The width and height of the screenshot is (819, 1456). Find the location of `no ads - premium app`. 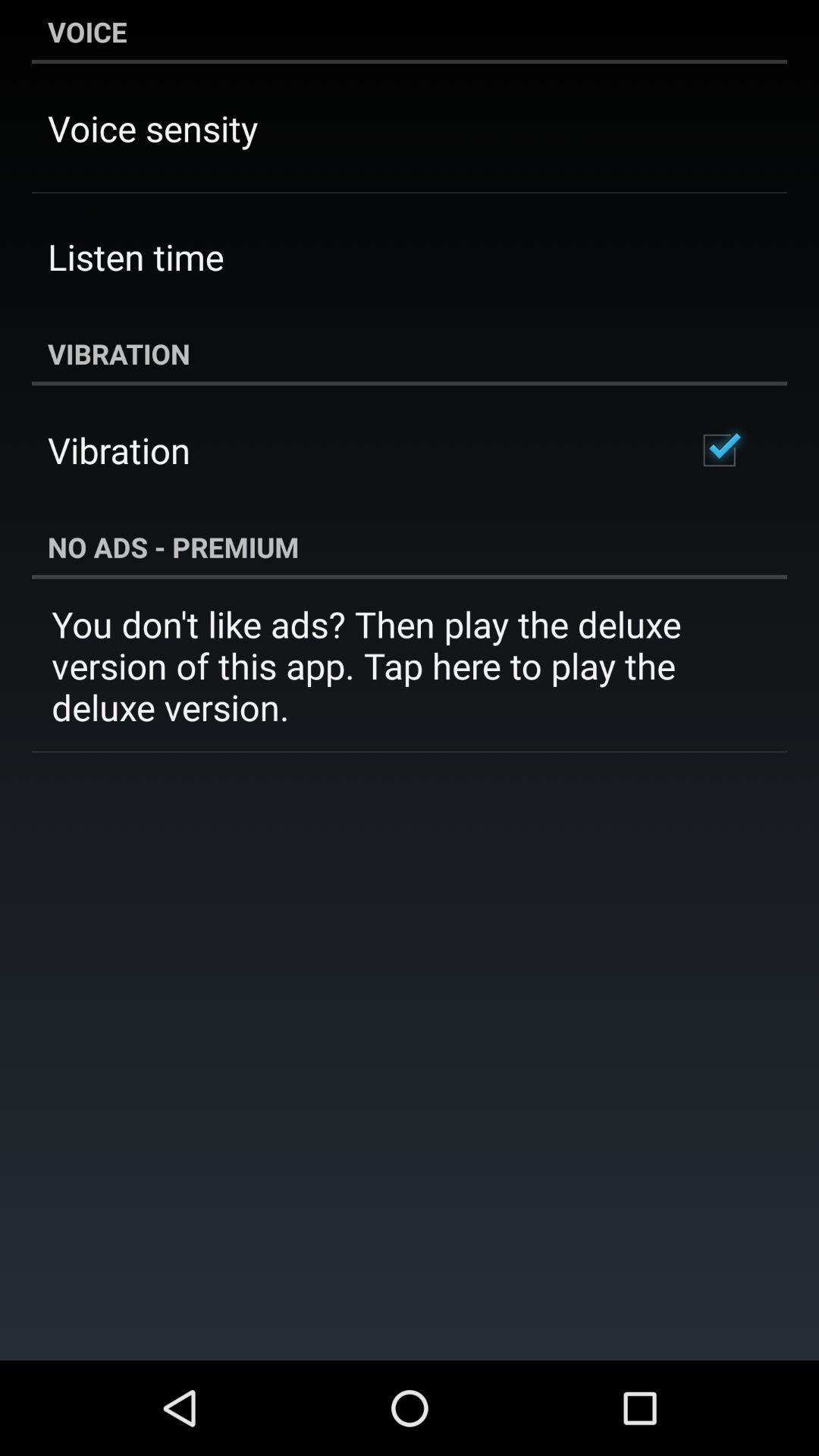

no ads - premium app is located at coordinates (409, 546).